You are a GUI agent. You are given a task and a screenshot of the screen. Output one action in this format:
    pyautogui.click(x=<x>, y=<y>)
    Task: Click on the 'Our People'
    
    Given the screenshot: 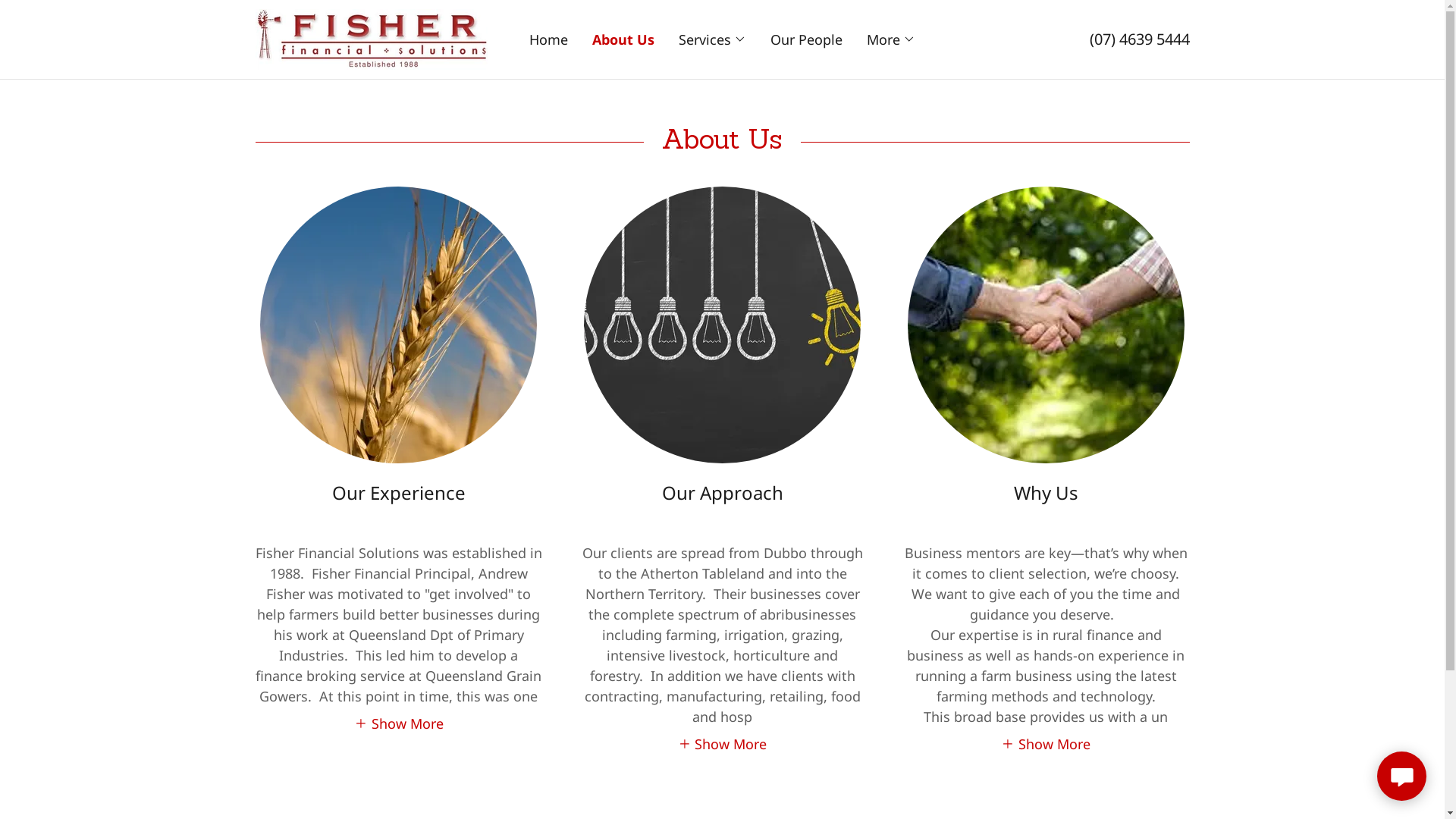 What is the action you would take?
    pyautogui.click(x=805, y=38)
    